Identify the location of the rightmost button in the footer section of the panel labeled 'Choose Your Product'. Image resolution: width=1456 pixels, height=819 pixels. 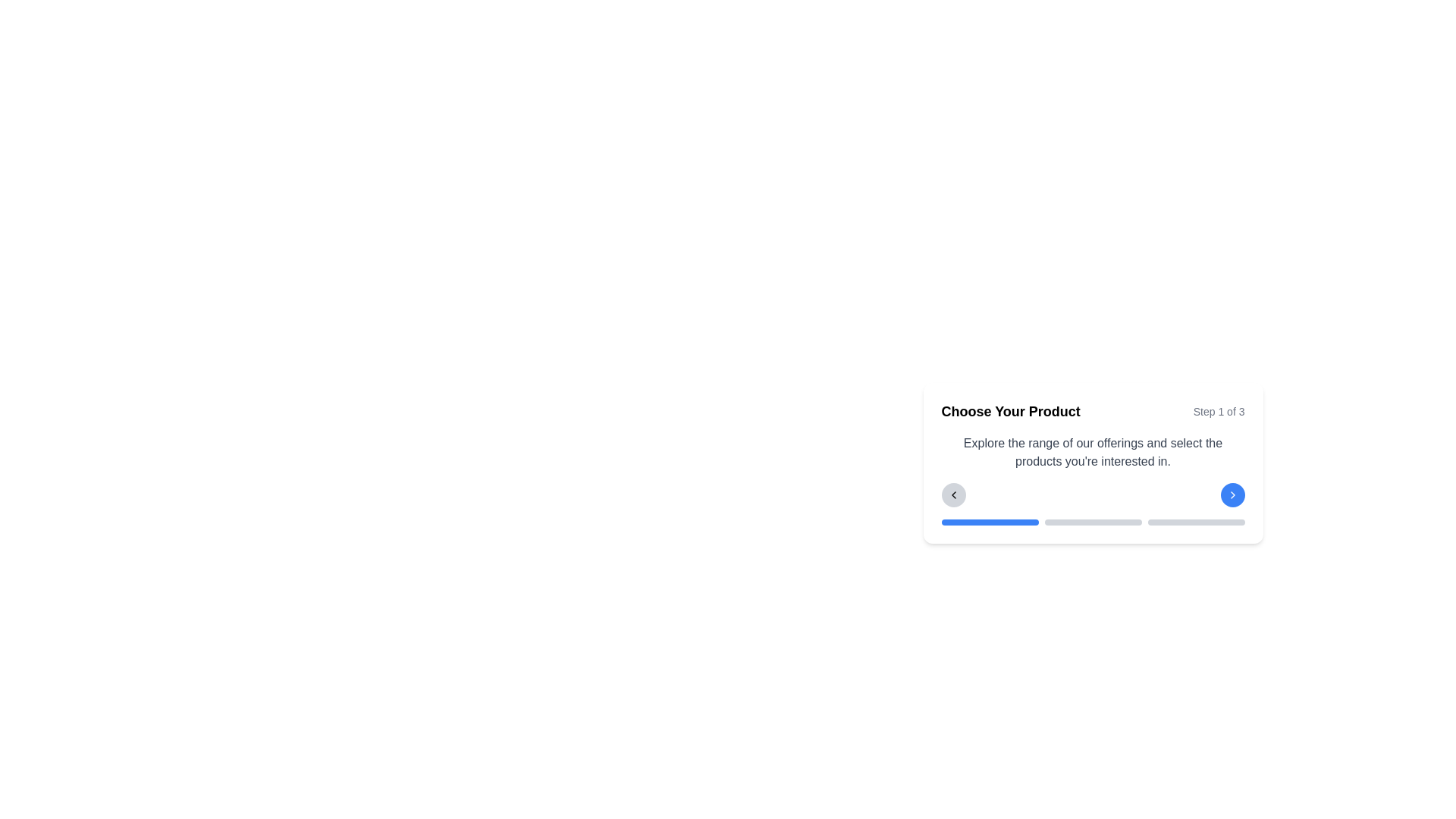
(1232, 494).